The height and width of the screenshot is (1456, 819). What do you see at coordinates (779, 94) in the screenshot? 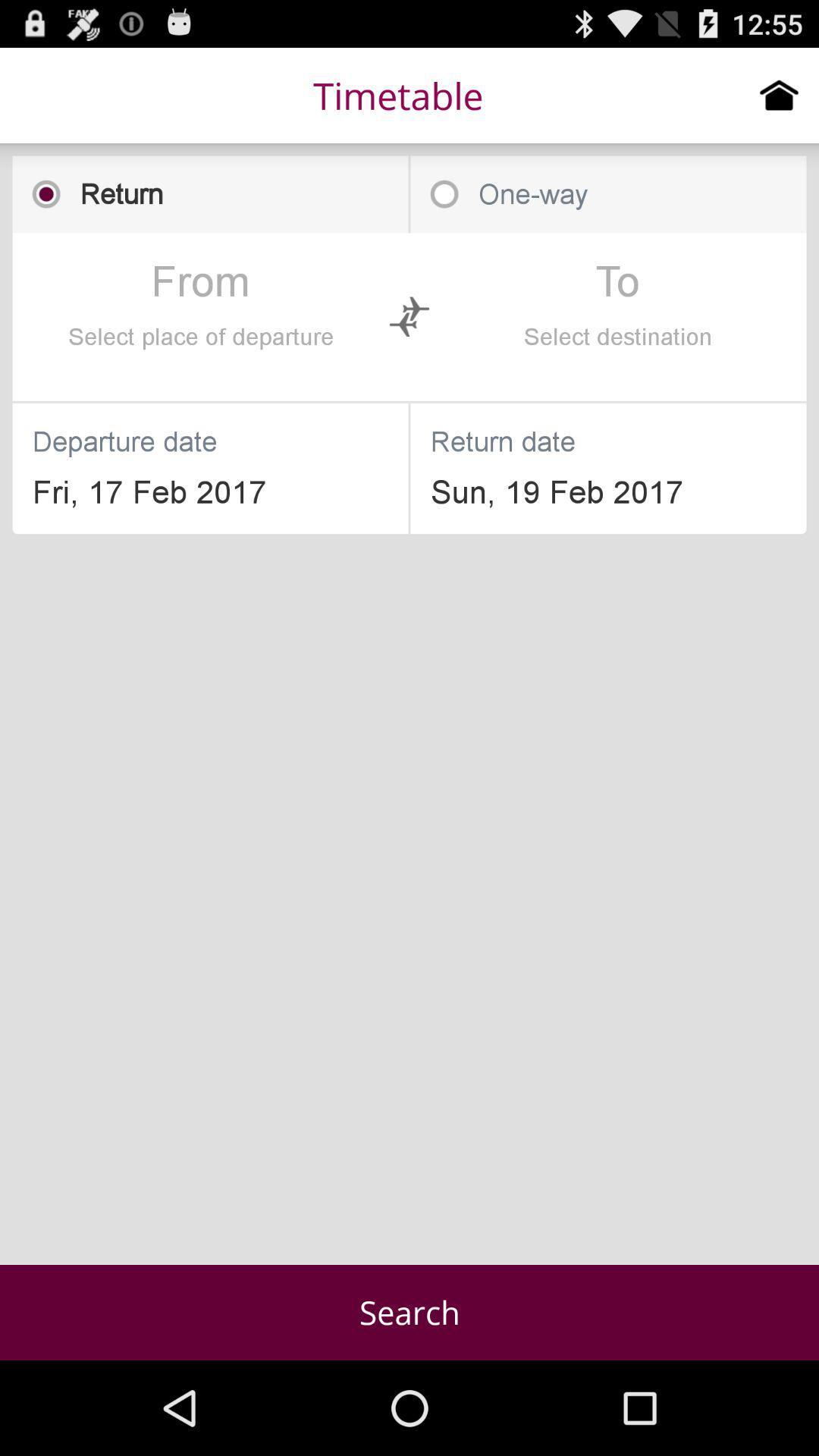
I see `item to the right of timetable icon` at bounding box center [779, 94].